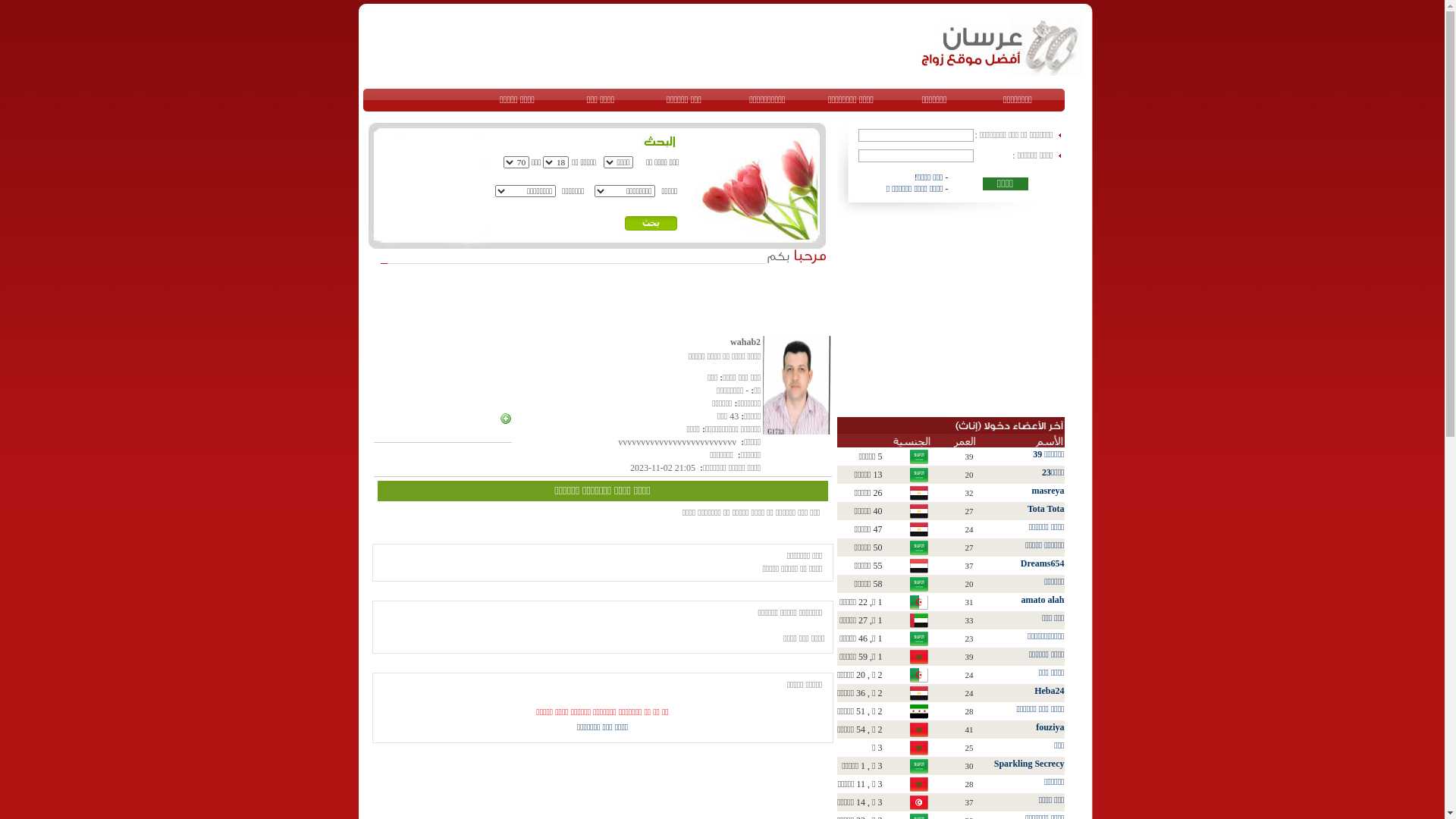  I want to click on 'fouziya', so click(1049, 726).